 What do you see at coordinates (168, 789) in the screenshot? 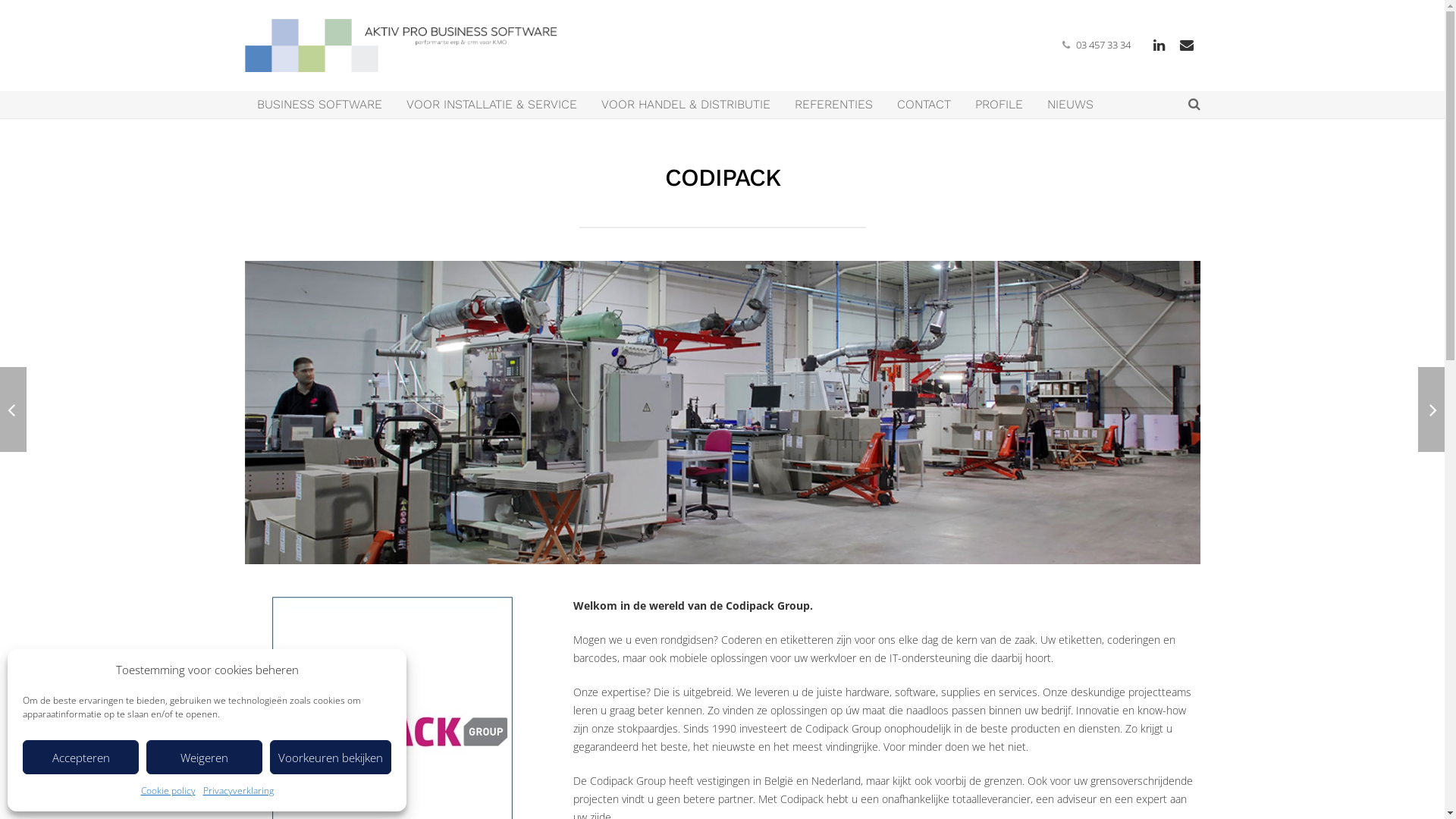
I see `'Cookie policy'` at bounding box center [168, 789].